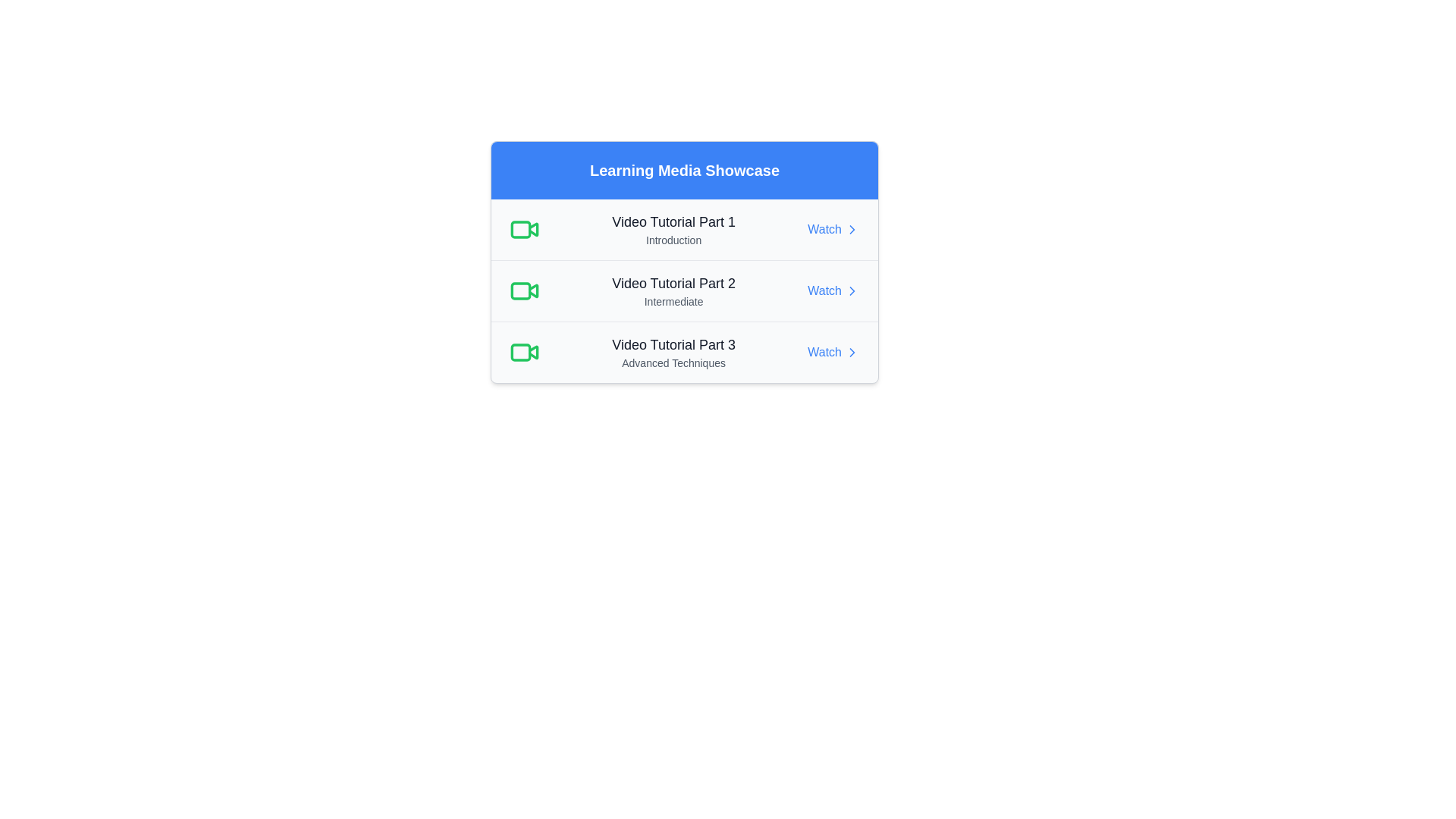 This screenshot has width=1456, height=819. Describe the element at coordinates (833, 230) in the screenshot. I see `the navigational text link for 'Video Tutorial Part 1'` at that location.